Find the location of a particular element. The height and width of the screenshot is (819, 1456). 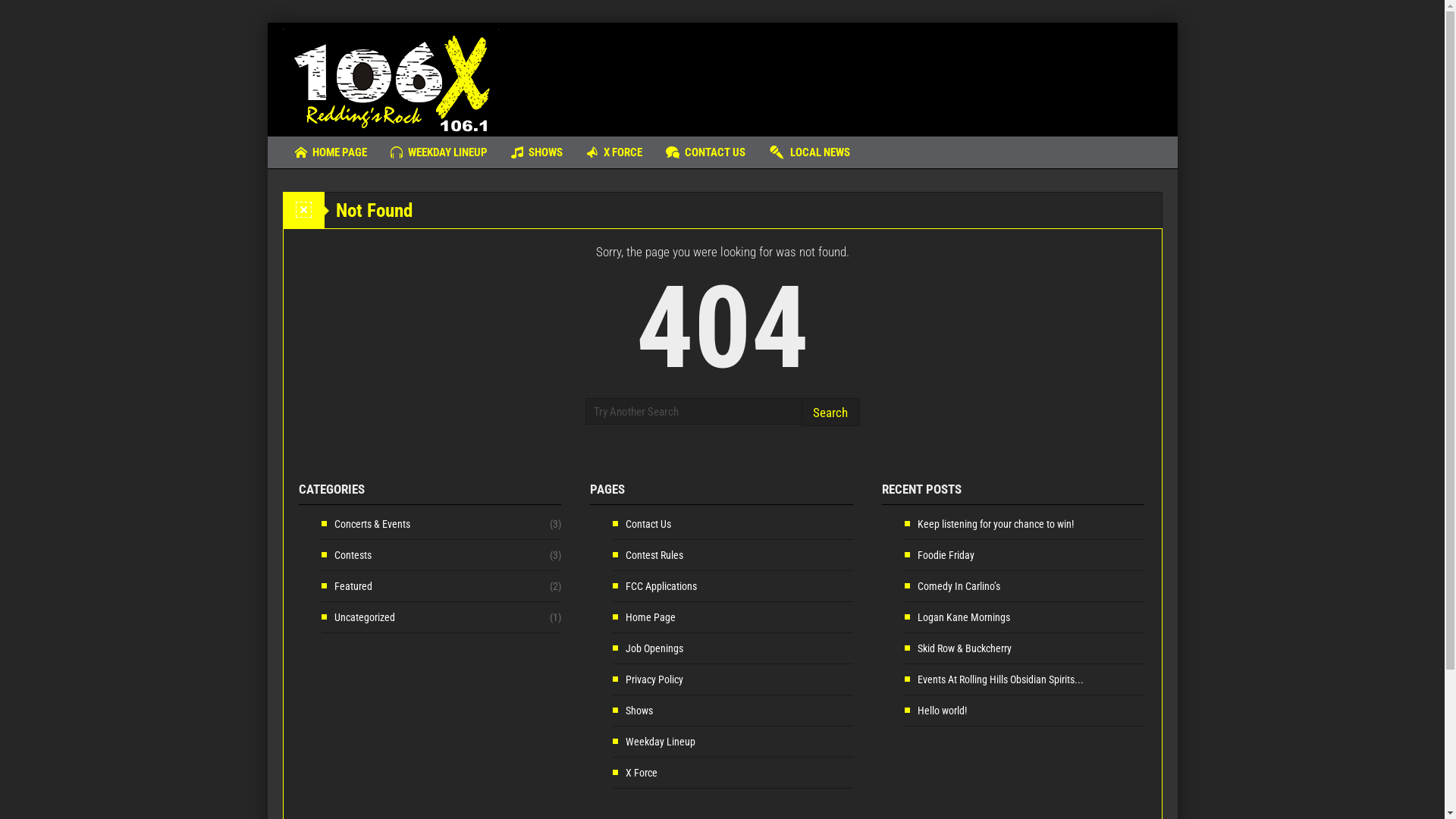

'Events At Rolling Hills Obsidian Spirits...' is located at coordinates (993, 678).